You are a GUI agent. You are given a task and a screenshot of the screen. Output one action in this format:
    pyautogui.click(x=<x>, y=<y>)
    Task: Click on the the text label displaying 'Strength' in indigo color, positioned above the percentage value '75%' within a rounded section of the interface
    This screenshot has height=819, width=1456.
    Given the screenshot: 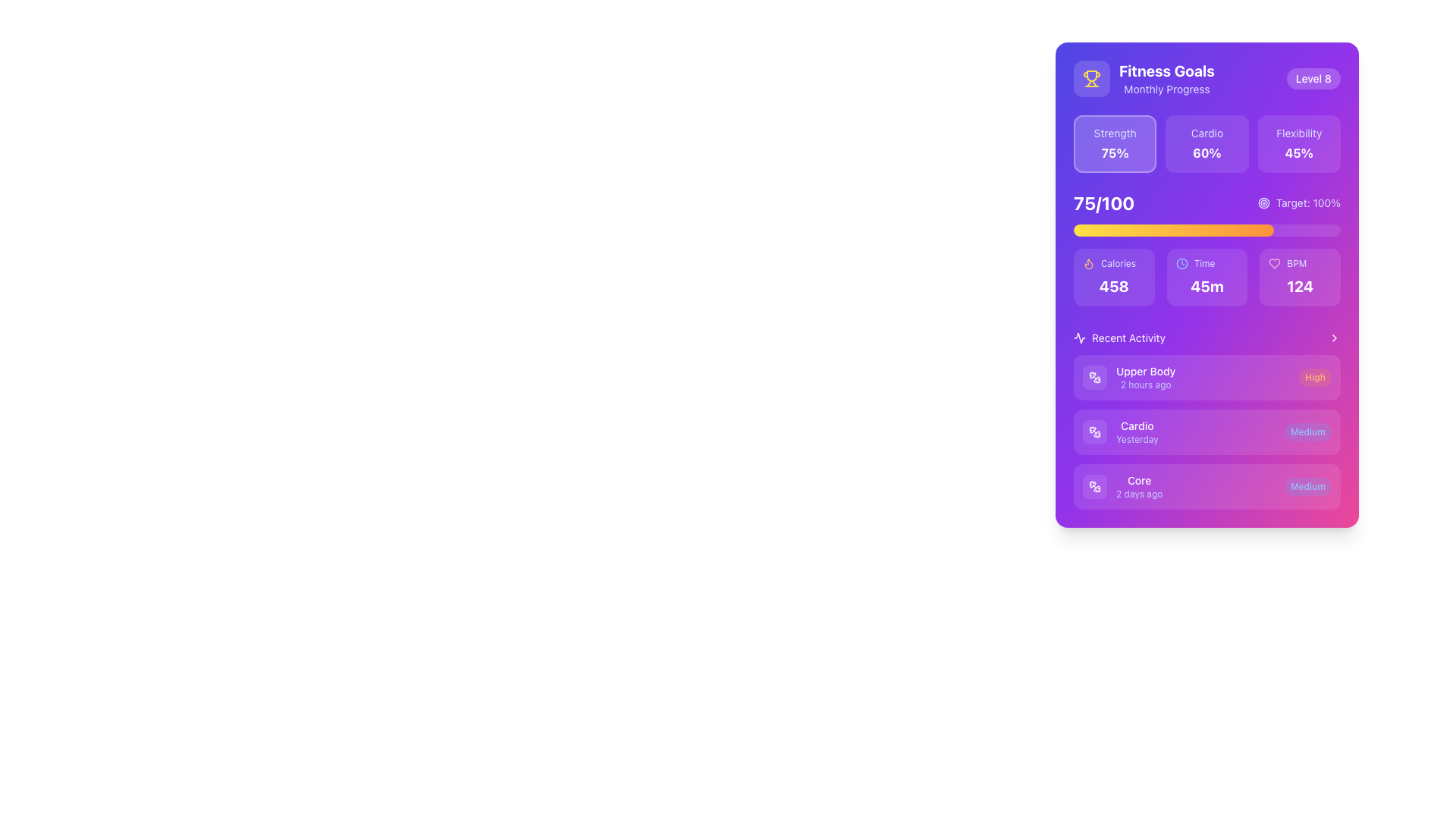 What is the action you would take?
    pyautogui.click(x=1115, y=133)
    